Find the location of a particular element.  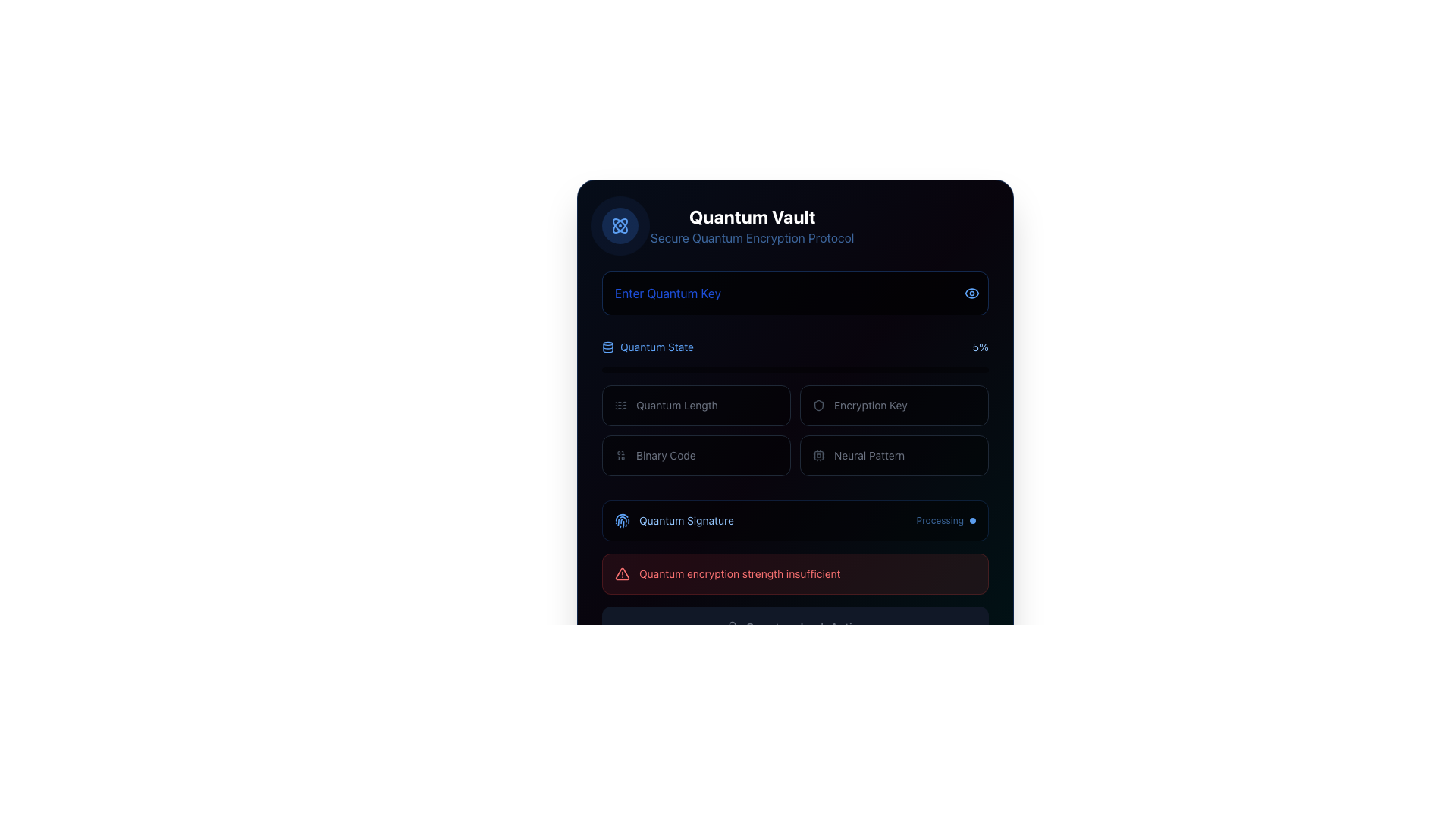

the password input field located below the 'Quantum Vault' title to focus the input field for user entry is located at coordinates (795, 293).